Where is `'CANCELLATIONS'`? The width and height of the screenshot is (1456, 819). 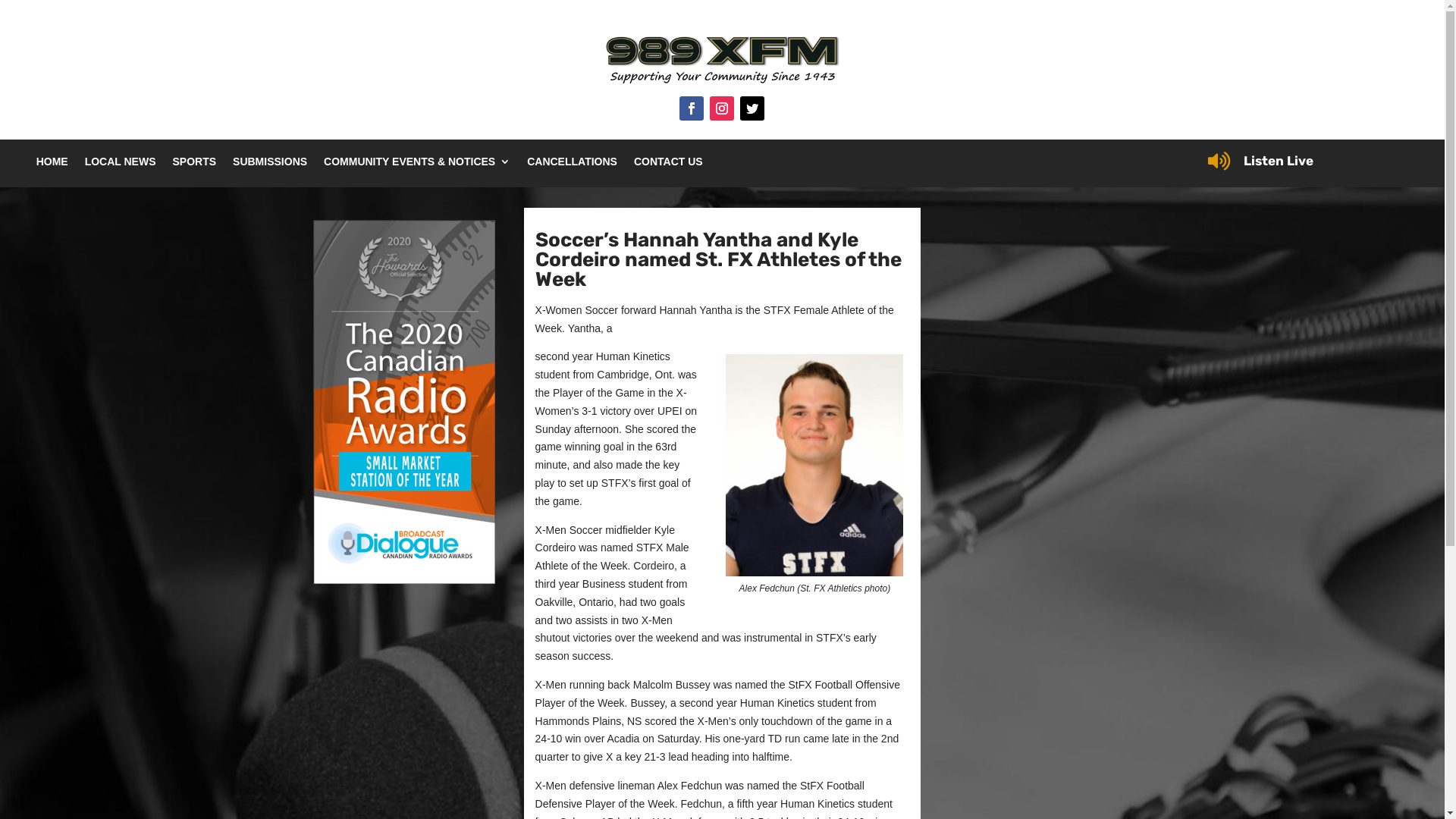
'CANCELLATIONS' is located at coordinates (571, 164).